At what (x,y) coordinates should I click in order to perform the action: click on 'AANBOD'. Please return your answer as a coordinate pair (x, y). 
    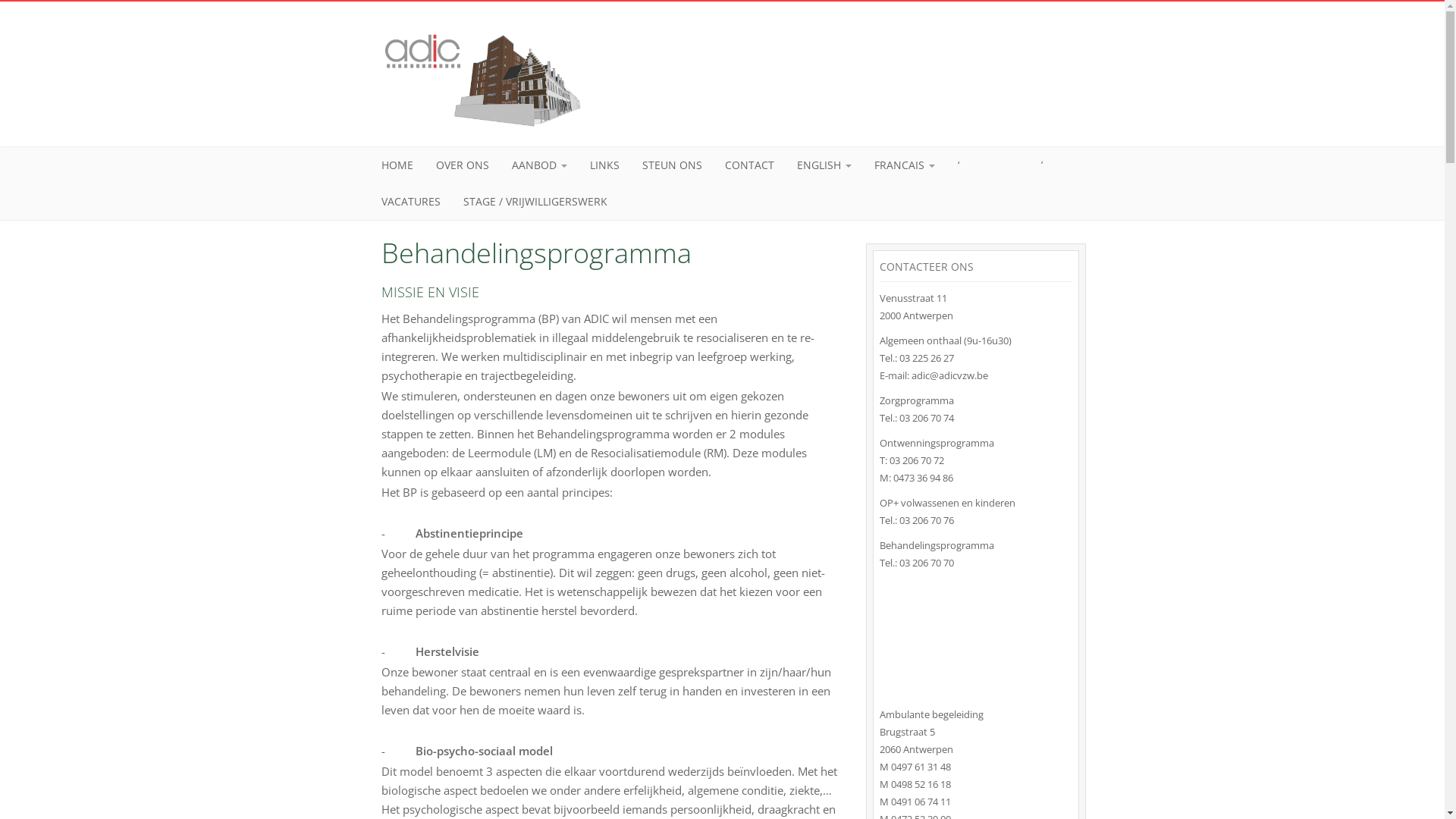
    Looking at the image, I should click on (539, 165).